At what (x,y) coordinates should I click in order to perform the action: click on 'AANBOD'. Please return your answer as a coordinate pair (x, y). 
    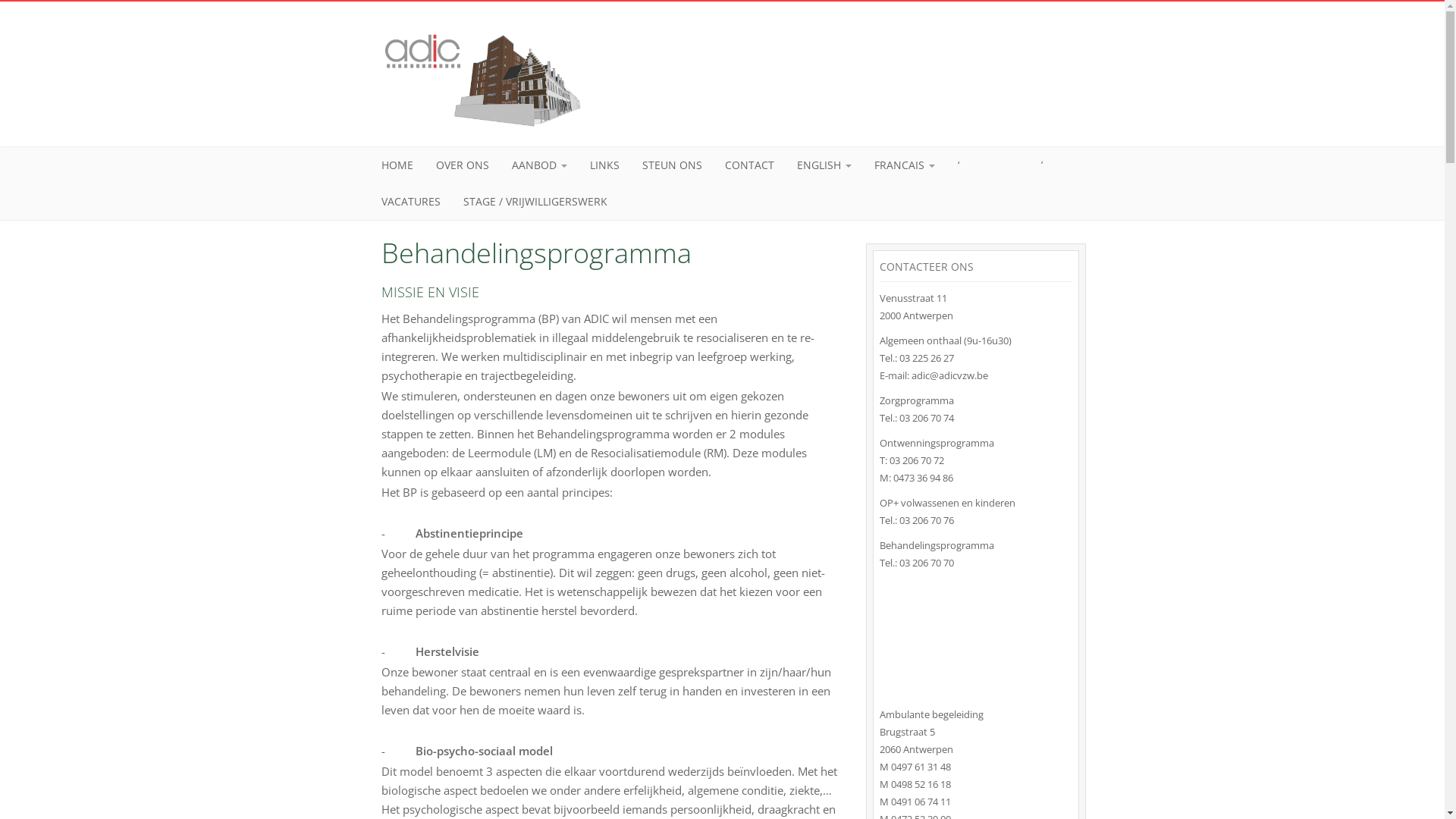
    Looking at the image, I should click on (539, 165).